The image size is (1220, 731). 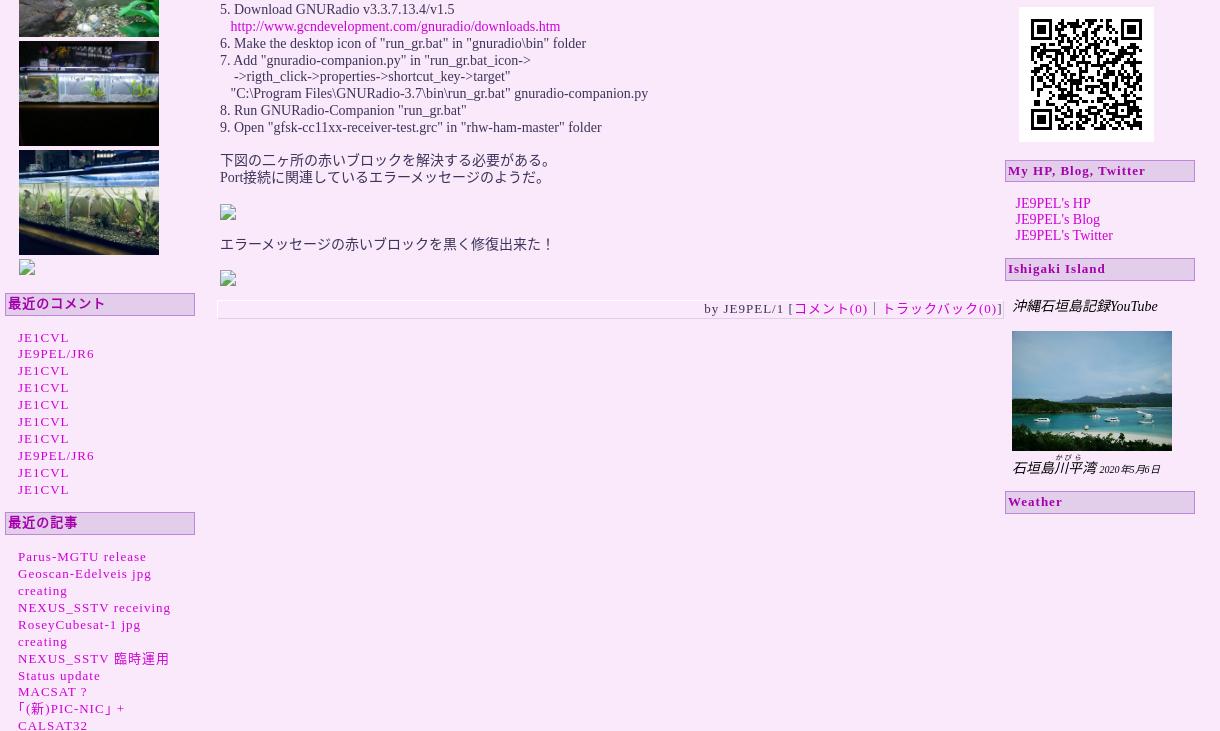 What do you see at coordinates (1014, 203) in the screenshot?
I see `'JE9PEL's HP'` at bounding box center [1014, 203].